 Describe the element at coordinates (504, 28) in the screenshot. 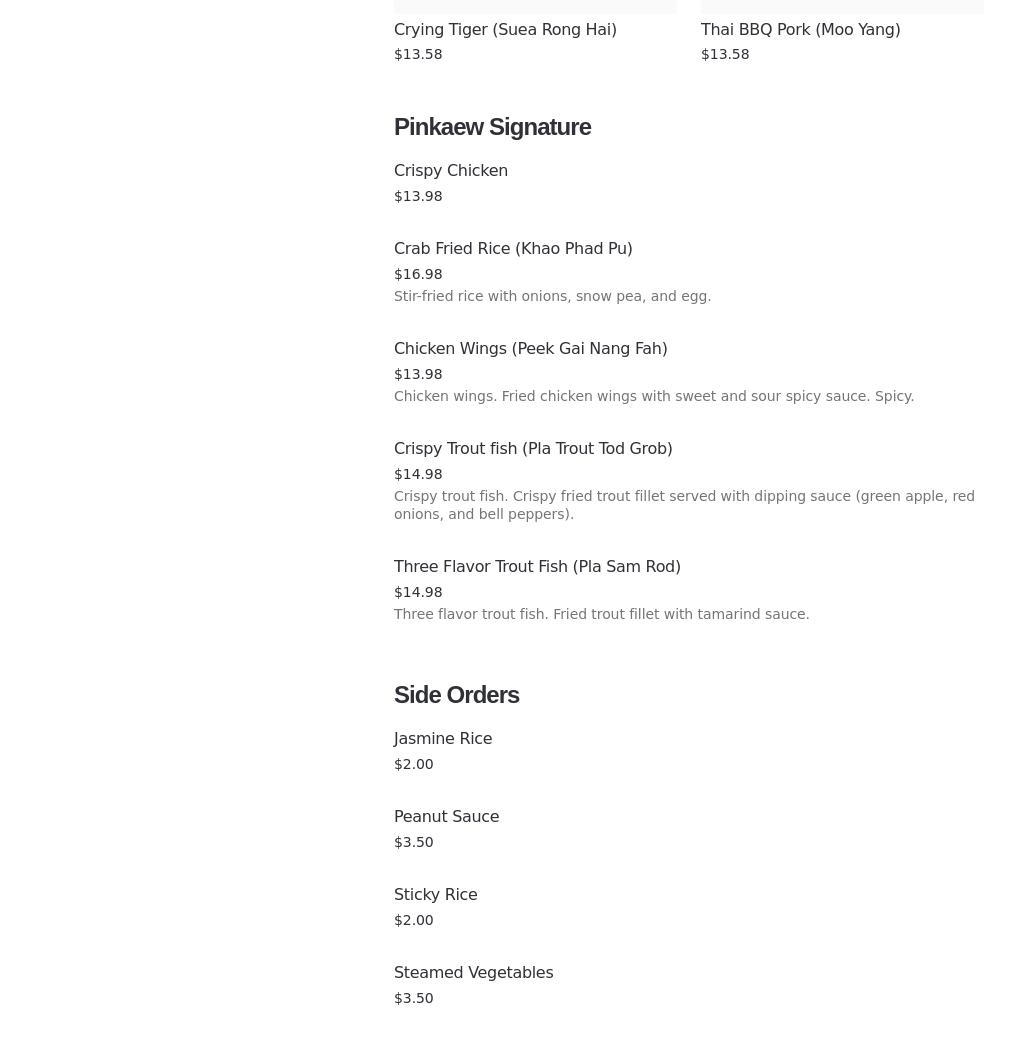

I see `'Crying Tiger (Suea Rong Hai)'` at that location.